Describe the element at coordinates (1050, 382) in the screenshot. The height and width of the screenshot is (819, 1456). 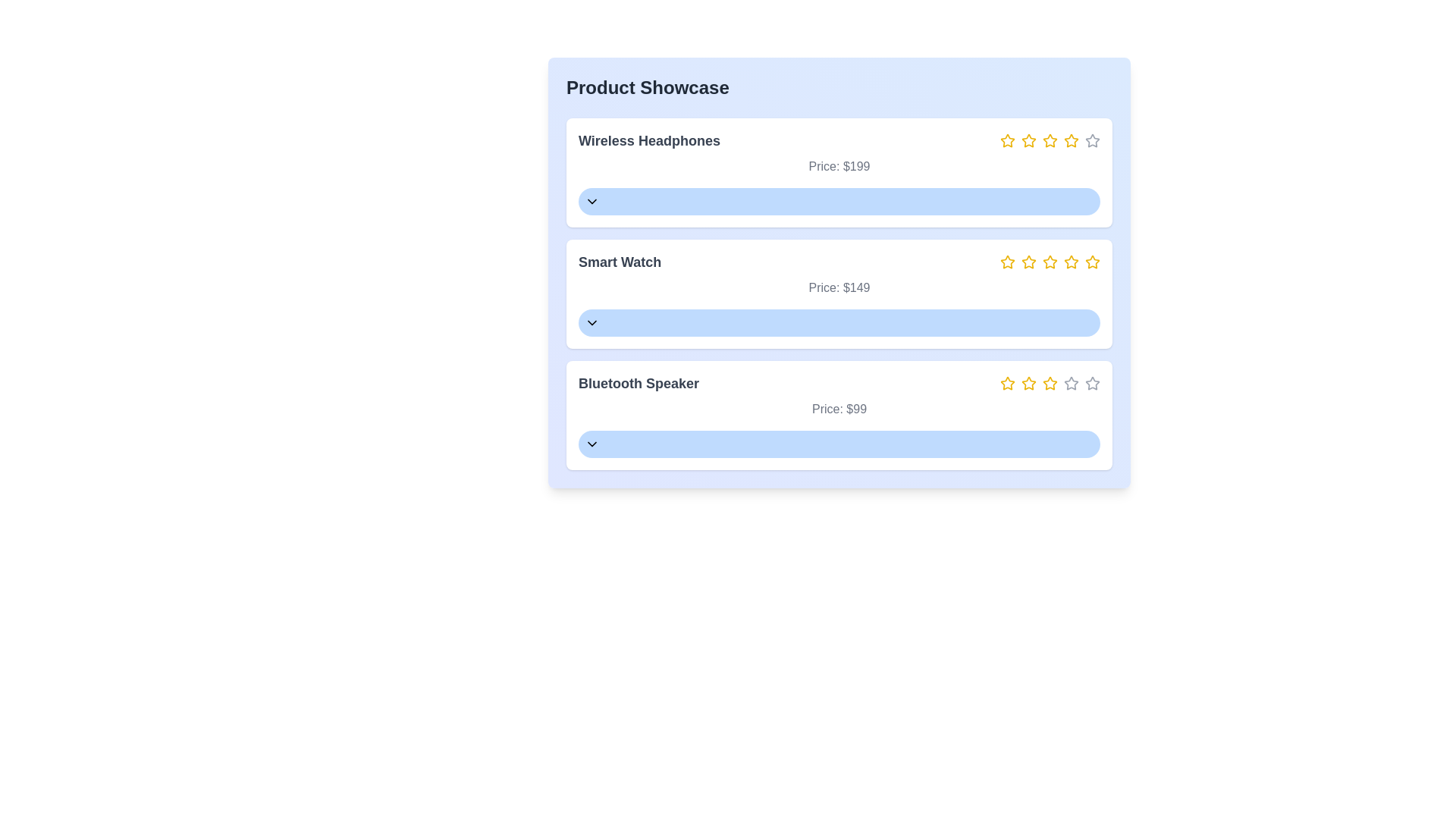
I see `the fourth star icon with a yellow border and filling in the Bluetooth Speaker product section to rate it` at that location.